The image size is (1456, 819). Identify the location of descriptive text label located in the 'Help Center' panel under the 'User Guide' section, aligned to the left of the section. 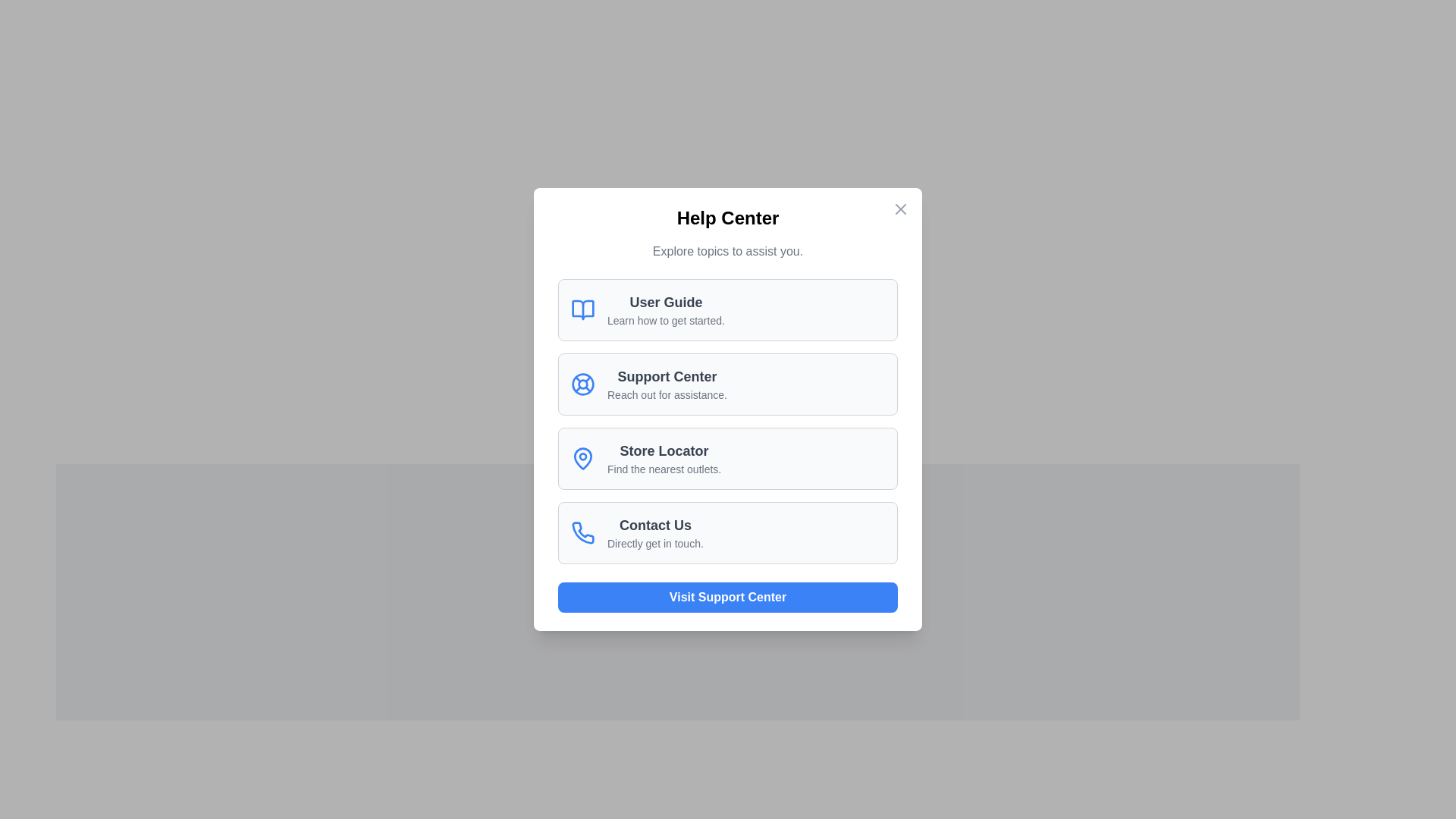
(666, 320).